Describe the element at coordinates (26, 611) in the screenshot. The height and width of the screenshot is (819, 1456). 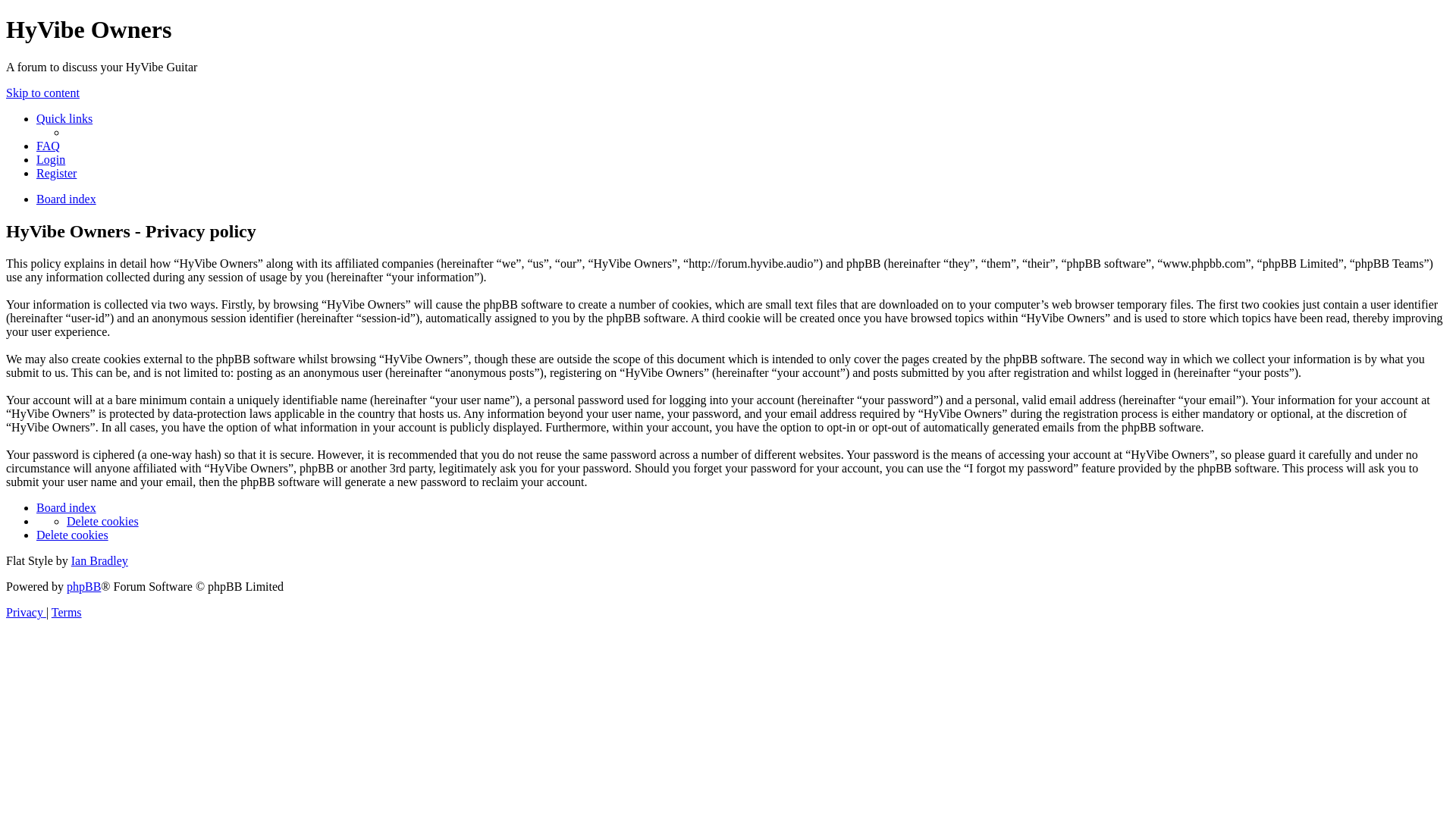
I see `'Privacy'` at that location.